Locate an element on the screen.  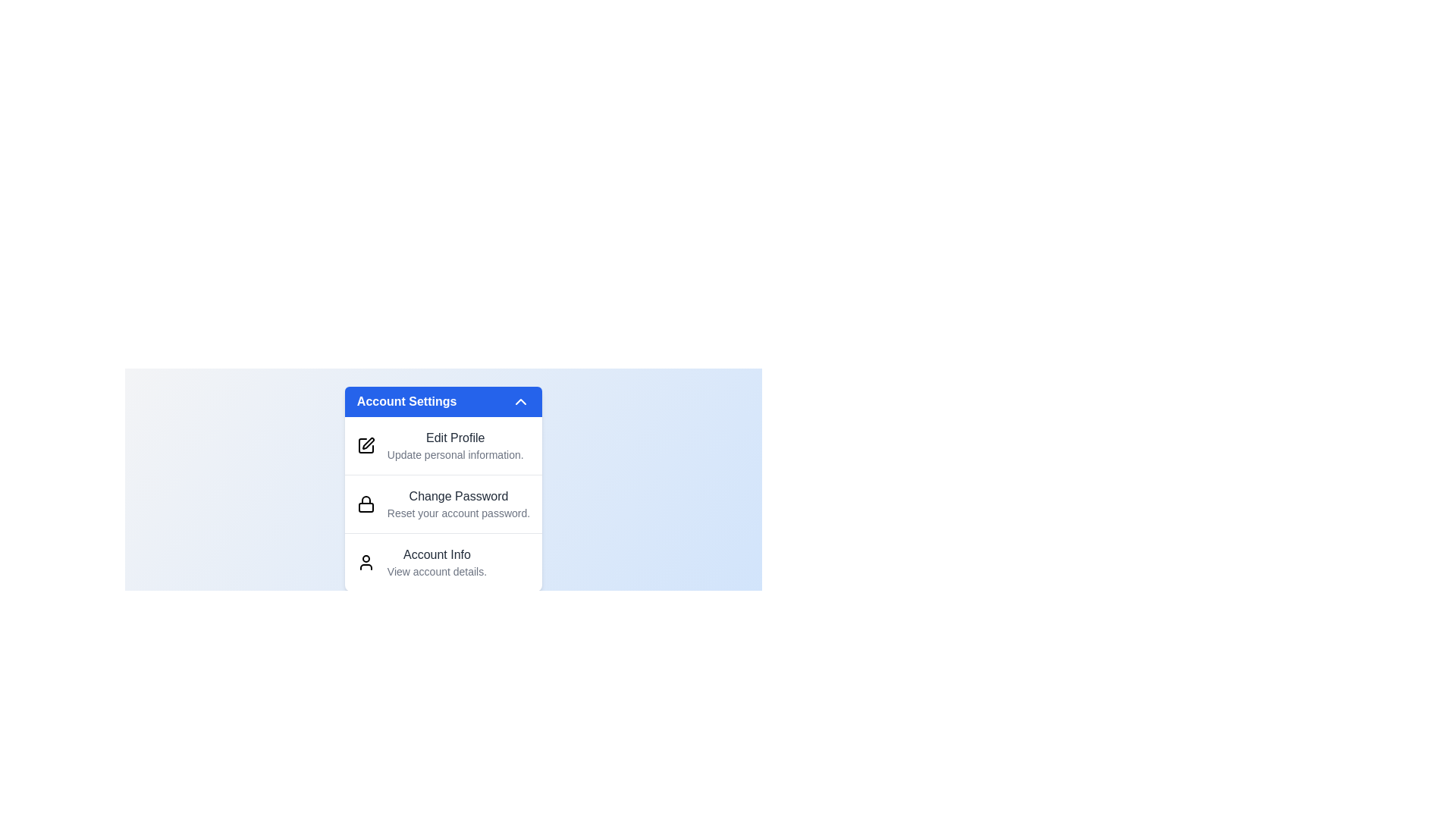
the menu item Account Info from the dropdown menu is located at coordinates (443, 562).